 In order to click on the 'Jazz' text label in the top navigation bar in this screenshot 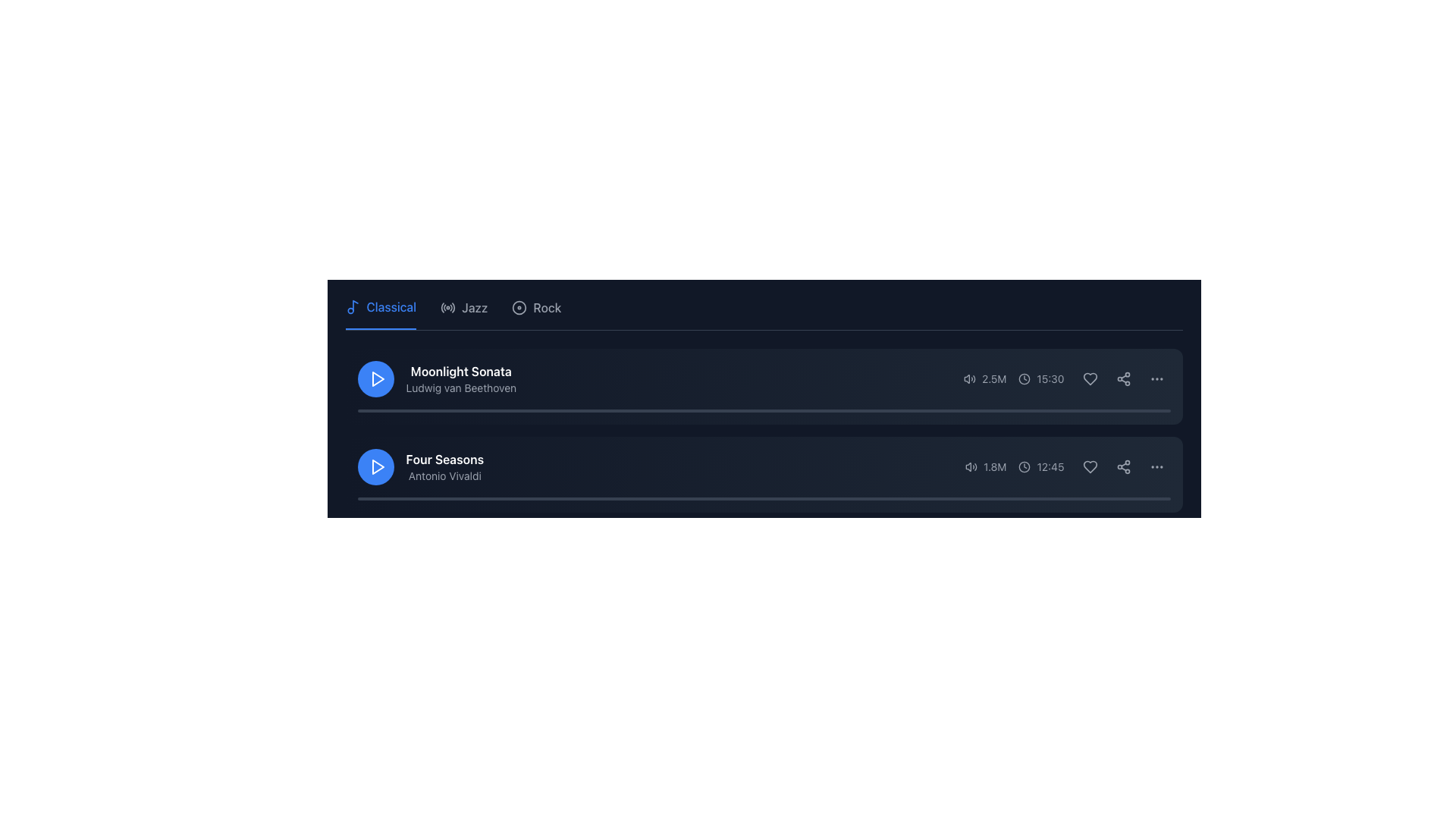, I will do `click(474, 307)`.